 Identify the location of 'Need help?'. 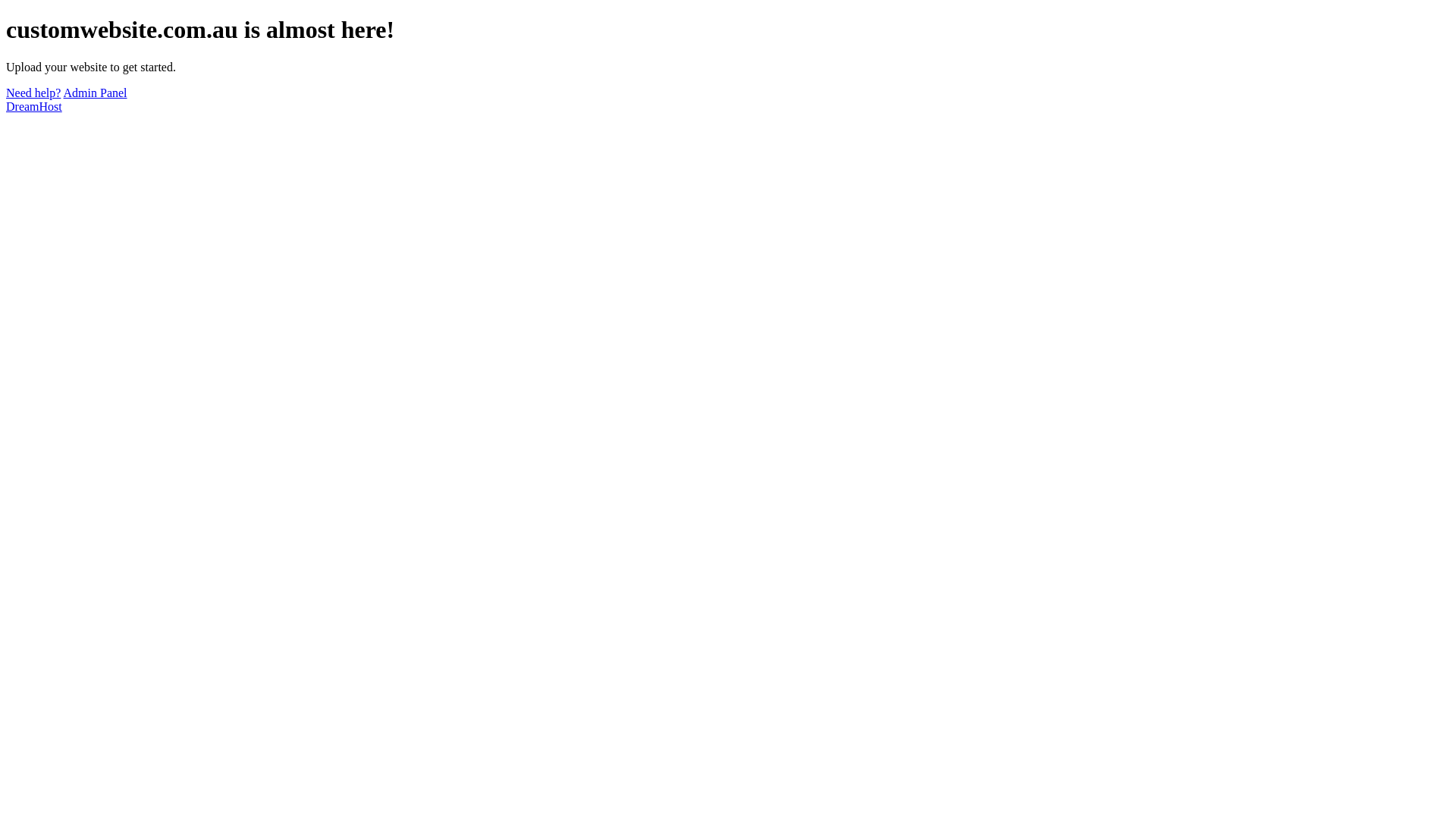
(33, 93).